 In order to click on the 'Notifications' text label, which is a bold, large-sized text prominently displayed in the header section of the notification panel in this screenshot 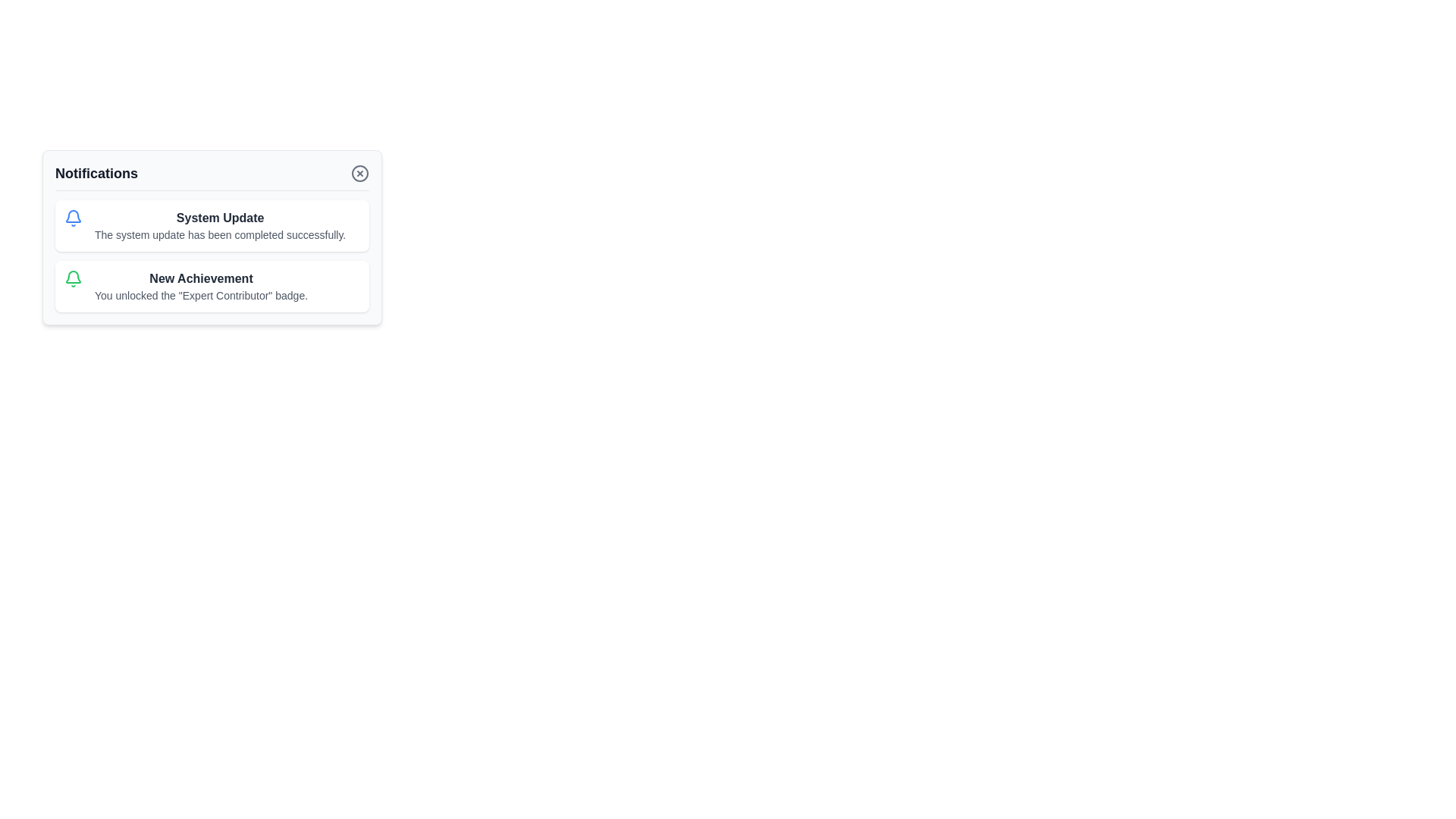, I will do `click(96, 172)`.